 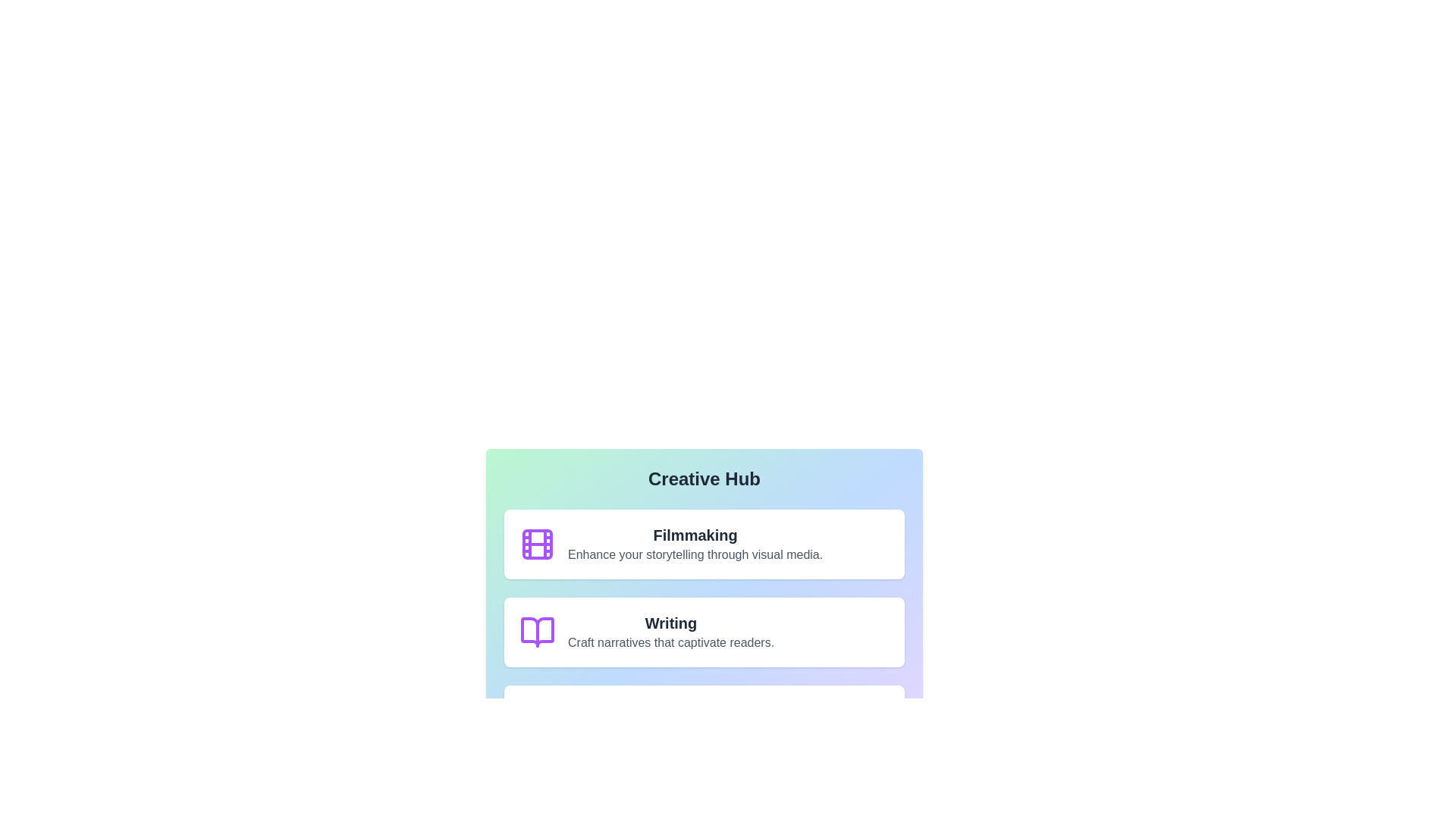 I want to click on the icon associated with Writing, so click(x=538, y=632).